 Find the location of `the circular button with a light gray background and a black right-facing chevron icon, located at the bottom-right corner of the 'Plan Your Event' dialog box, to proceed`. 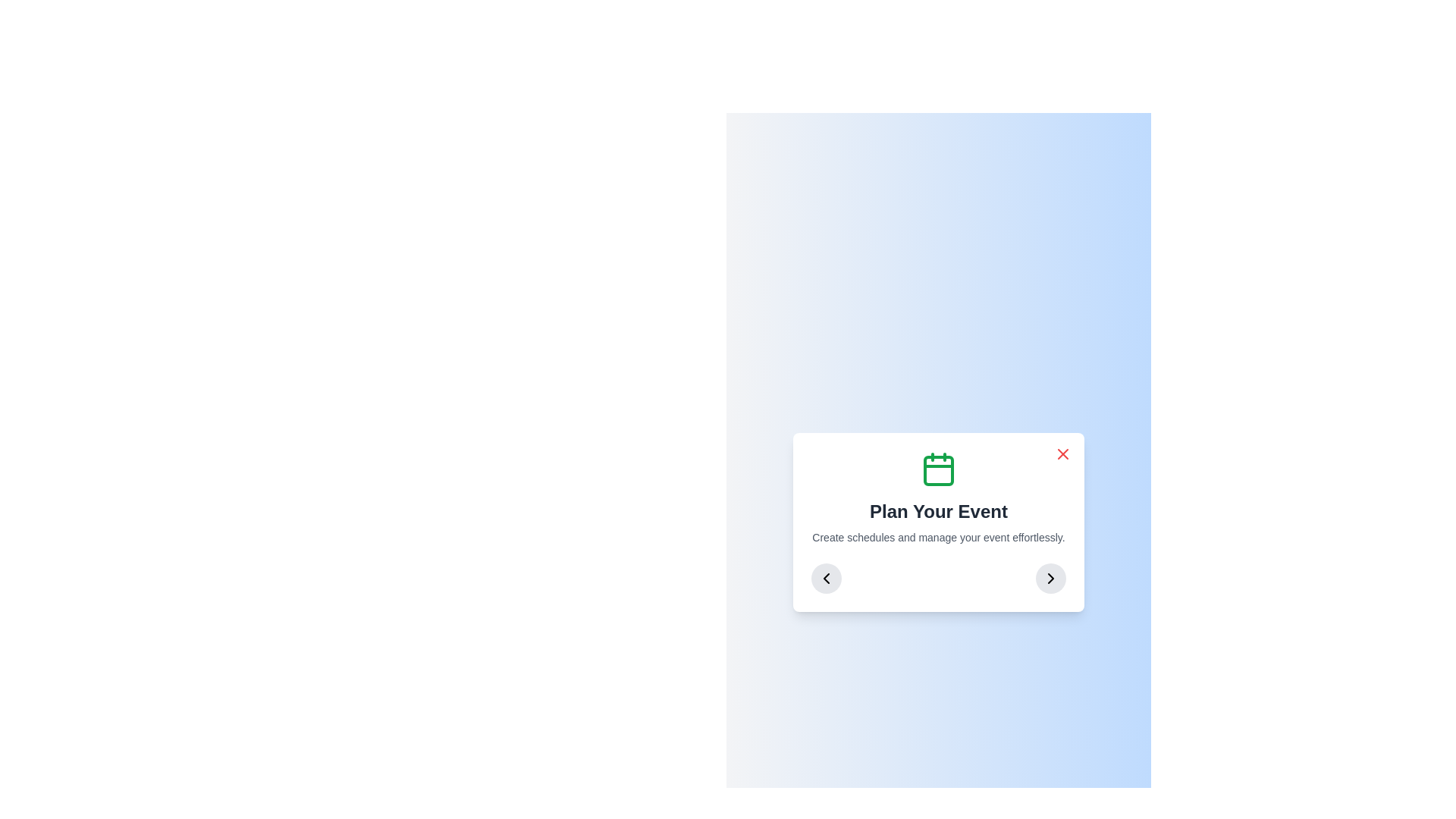

the circular button with a light gray background and a black right-facing chevron icon, located at the bottom-right corner of the 'Plan Your Event' dialog box, to proceed is located at coordinates (1050, 579).